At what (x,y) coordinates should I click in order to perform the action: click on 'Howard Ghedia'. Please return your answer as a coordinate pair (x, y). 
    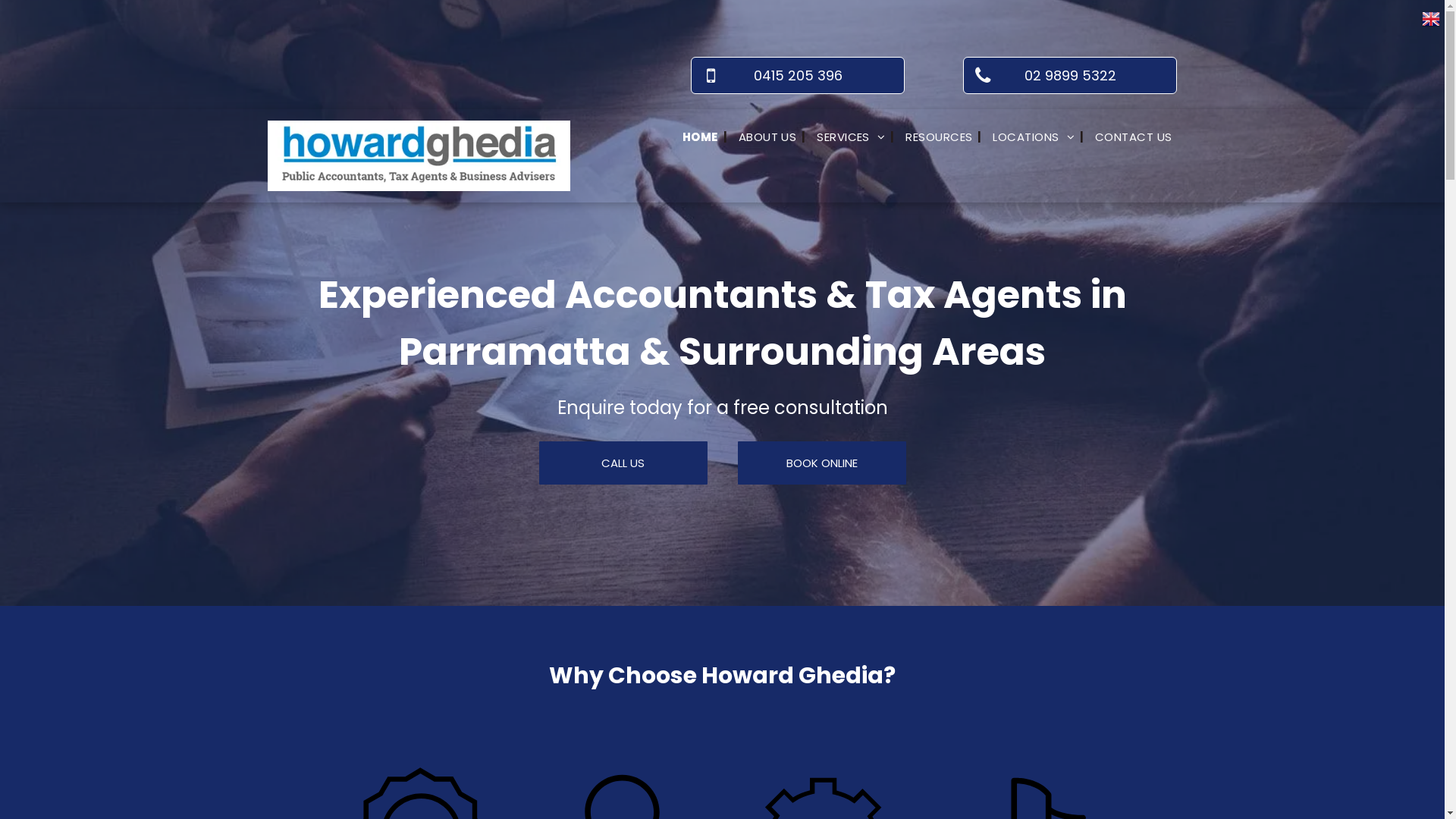
    Looking at the image, I should click on (419, 155).